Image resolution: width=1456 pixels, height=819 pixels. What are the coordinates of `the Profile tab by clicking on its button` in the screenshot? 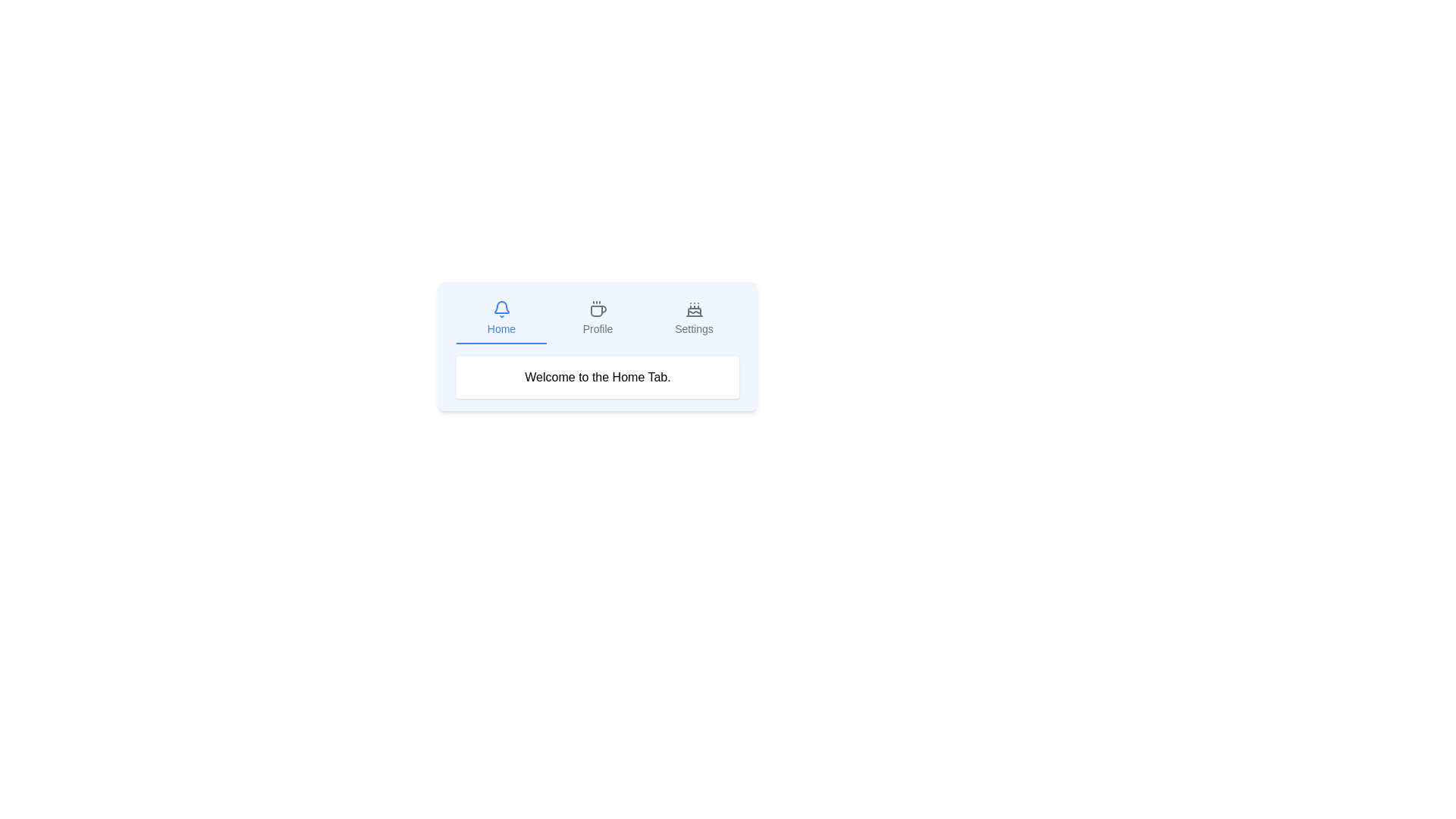 It's located at (597, 318).